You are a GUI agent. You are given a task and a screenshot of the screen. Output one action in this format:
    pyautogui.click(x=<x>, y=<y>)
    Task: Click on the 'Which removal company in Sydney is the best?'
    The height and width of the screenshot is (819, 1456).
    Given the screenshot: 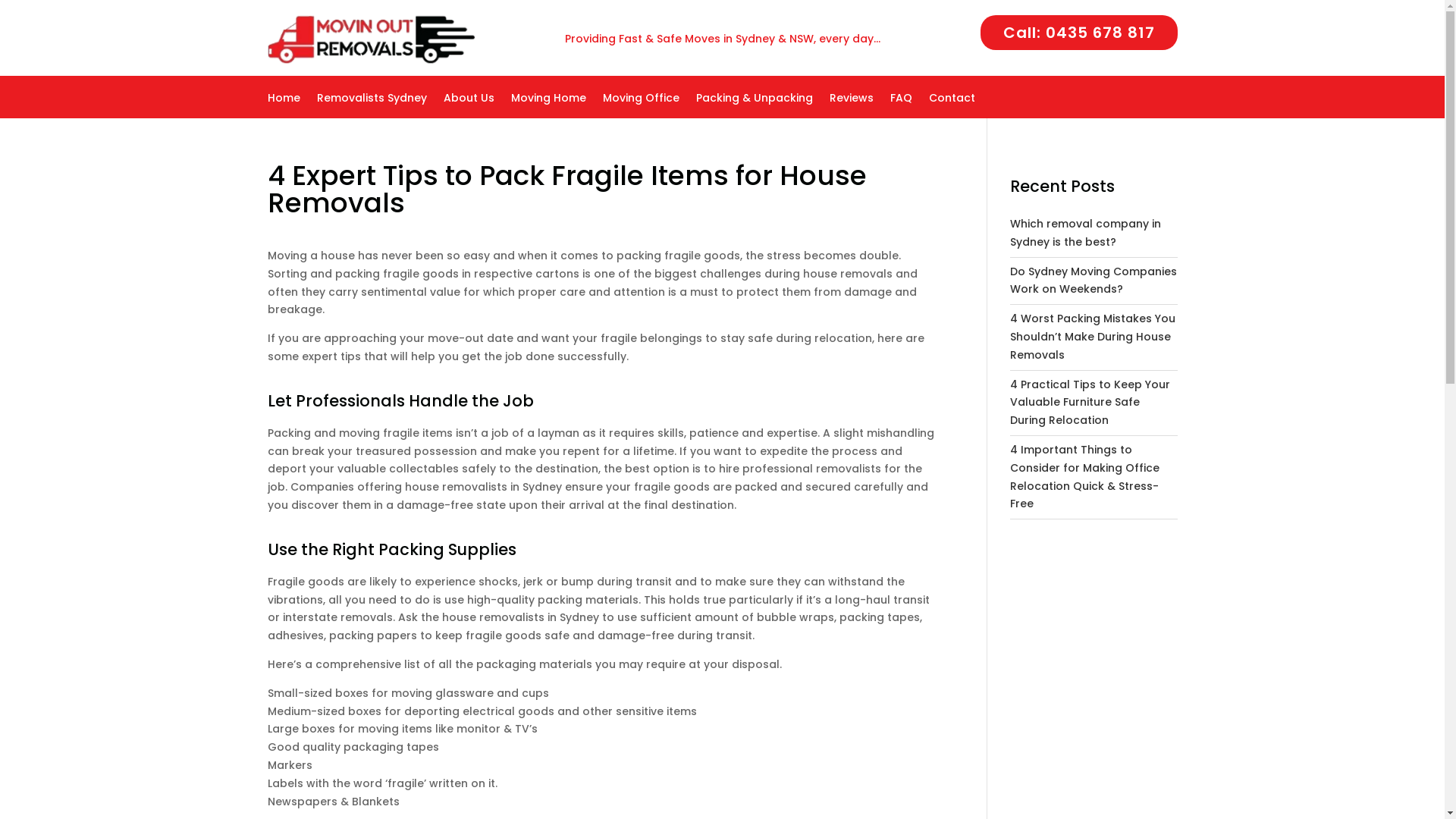 What is the action you would take?
    pyautogui.click(x=1009, y=233)
    